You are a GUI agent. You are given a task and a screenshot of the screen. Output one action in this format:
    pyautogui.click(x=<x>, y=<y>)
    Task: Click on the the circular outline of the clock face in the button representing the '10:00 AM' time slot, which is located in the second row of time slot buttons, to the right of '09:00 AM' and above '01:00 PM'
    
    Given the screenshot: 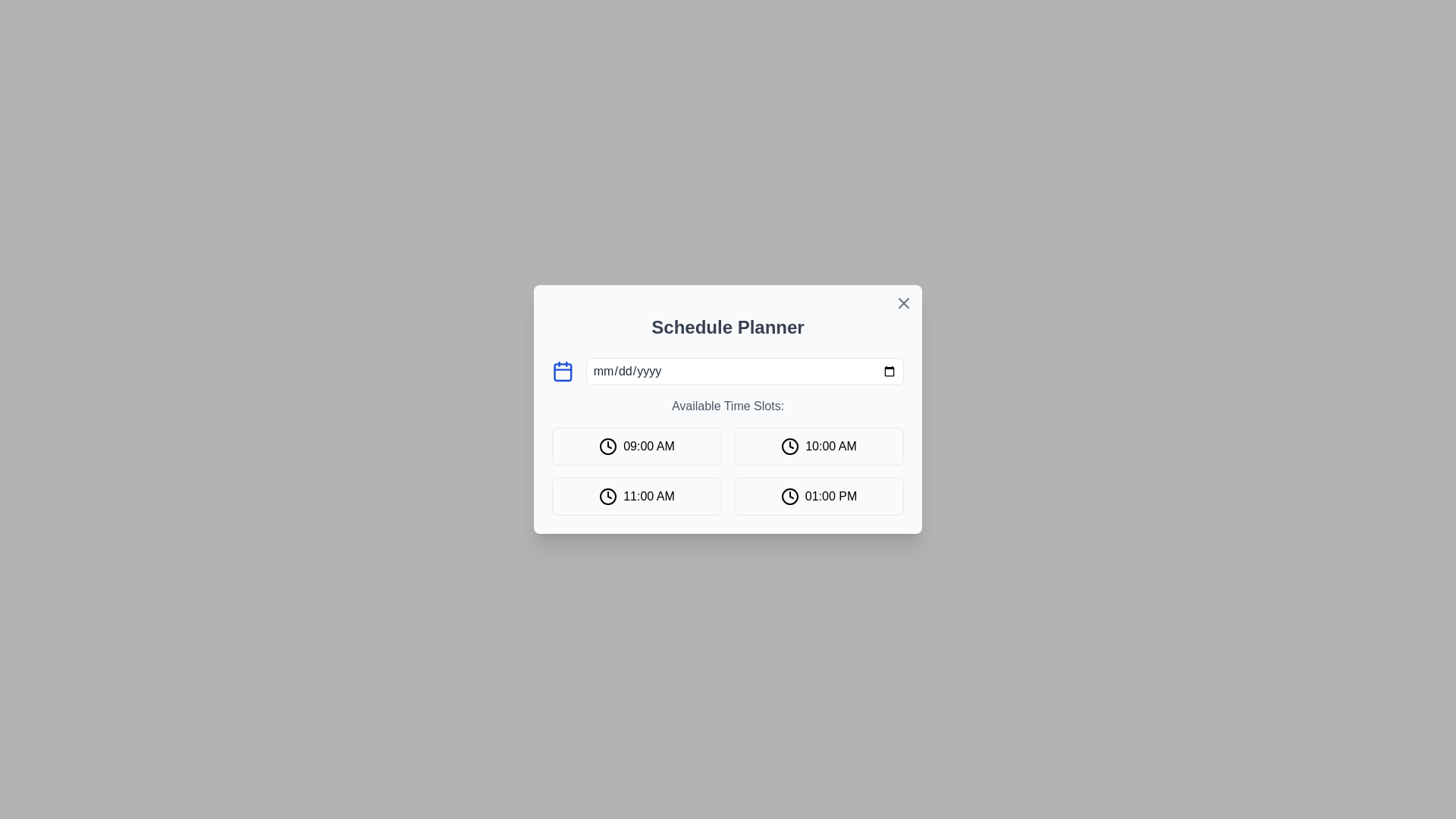 What is the action you would take?
    pyautogui.click(x=789, y=446)
    